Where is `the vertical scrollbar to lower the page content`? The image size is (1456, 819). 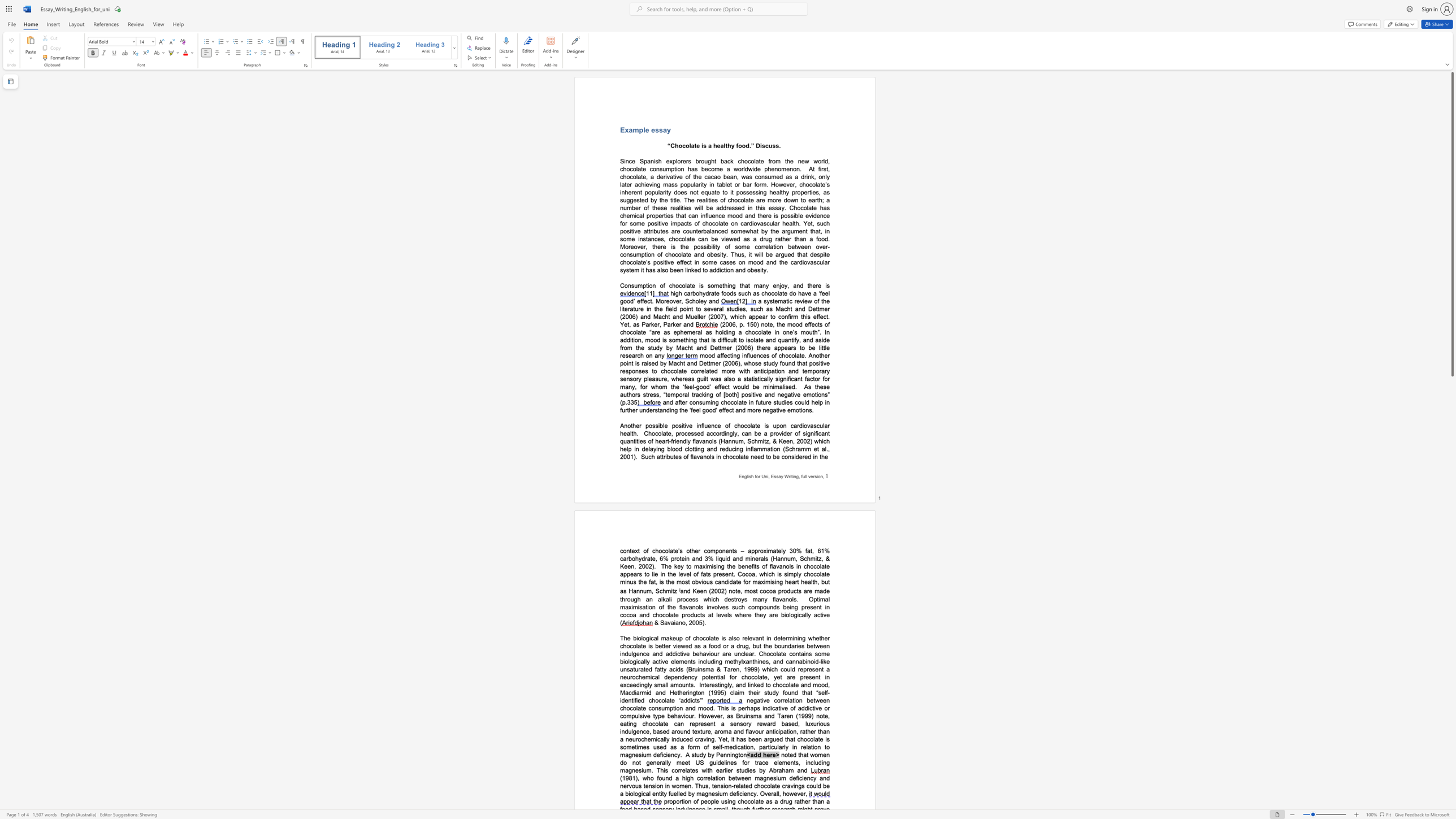
the vertical scrollbar to lower the page content is located at coordinates (1451, 580).